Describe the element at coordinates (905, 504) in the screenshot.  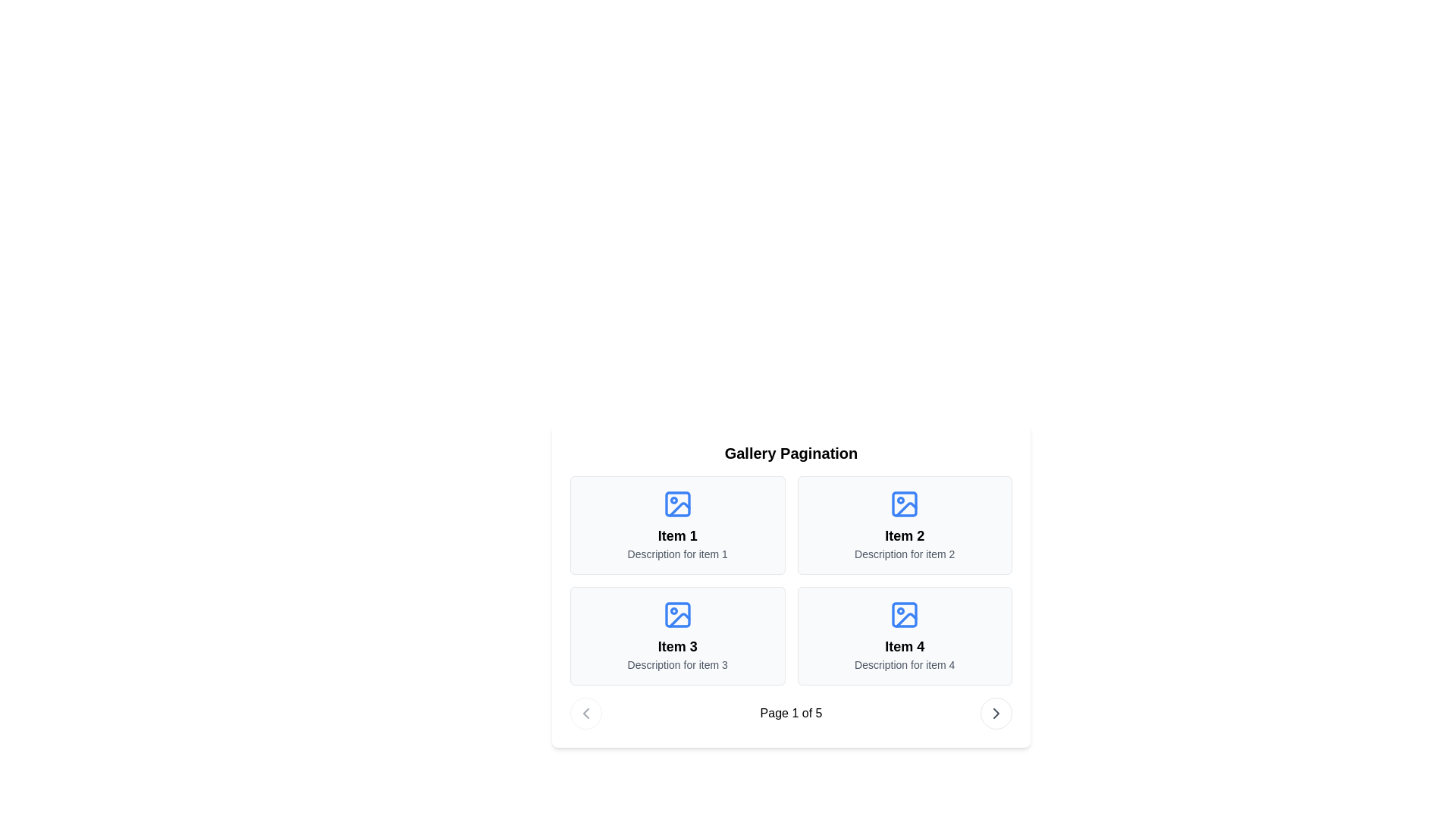
I see `the blue SVG icon depicting a mountain-like shape with a circle, which serves as an image placeholder, located above the 'Item 2' label` at that location.